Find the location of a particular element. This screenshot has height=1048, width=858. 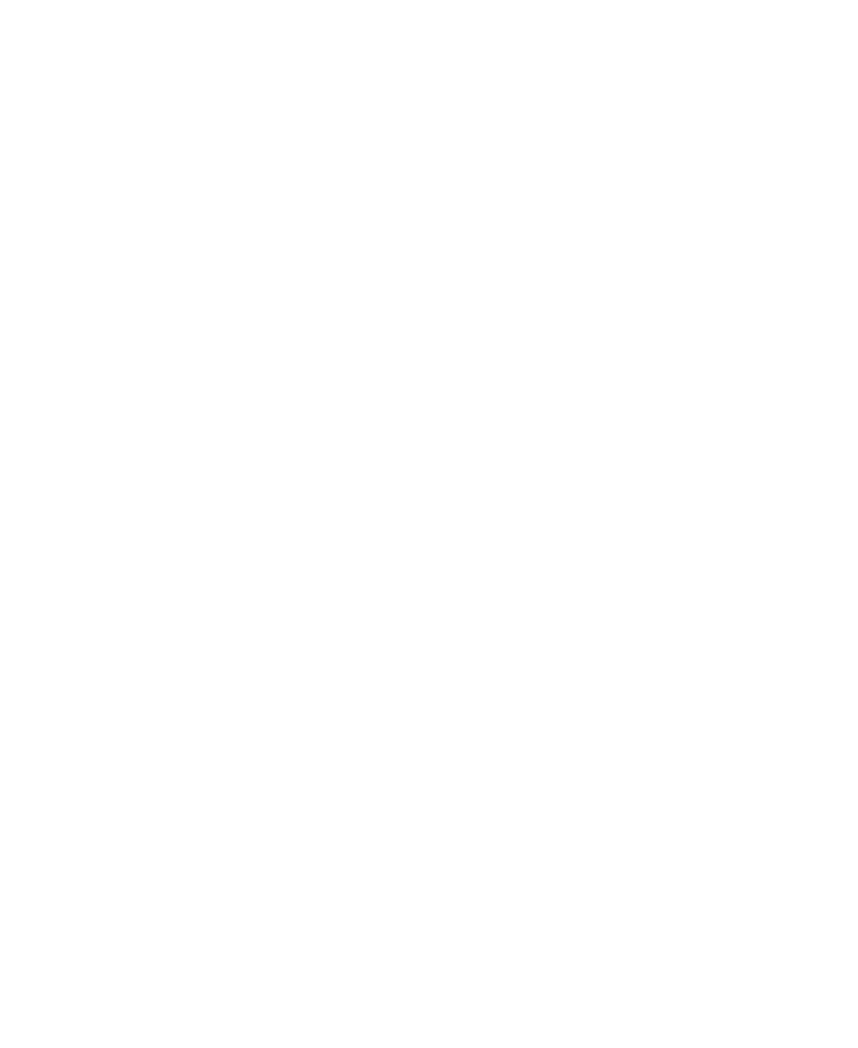

'Google Survey' is located at coordinates (46, 974).